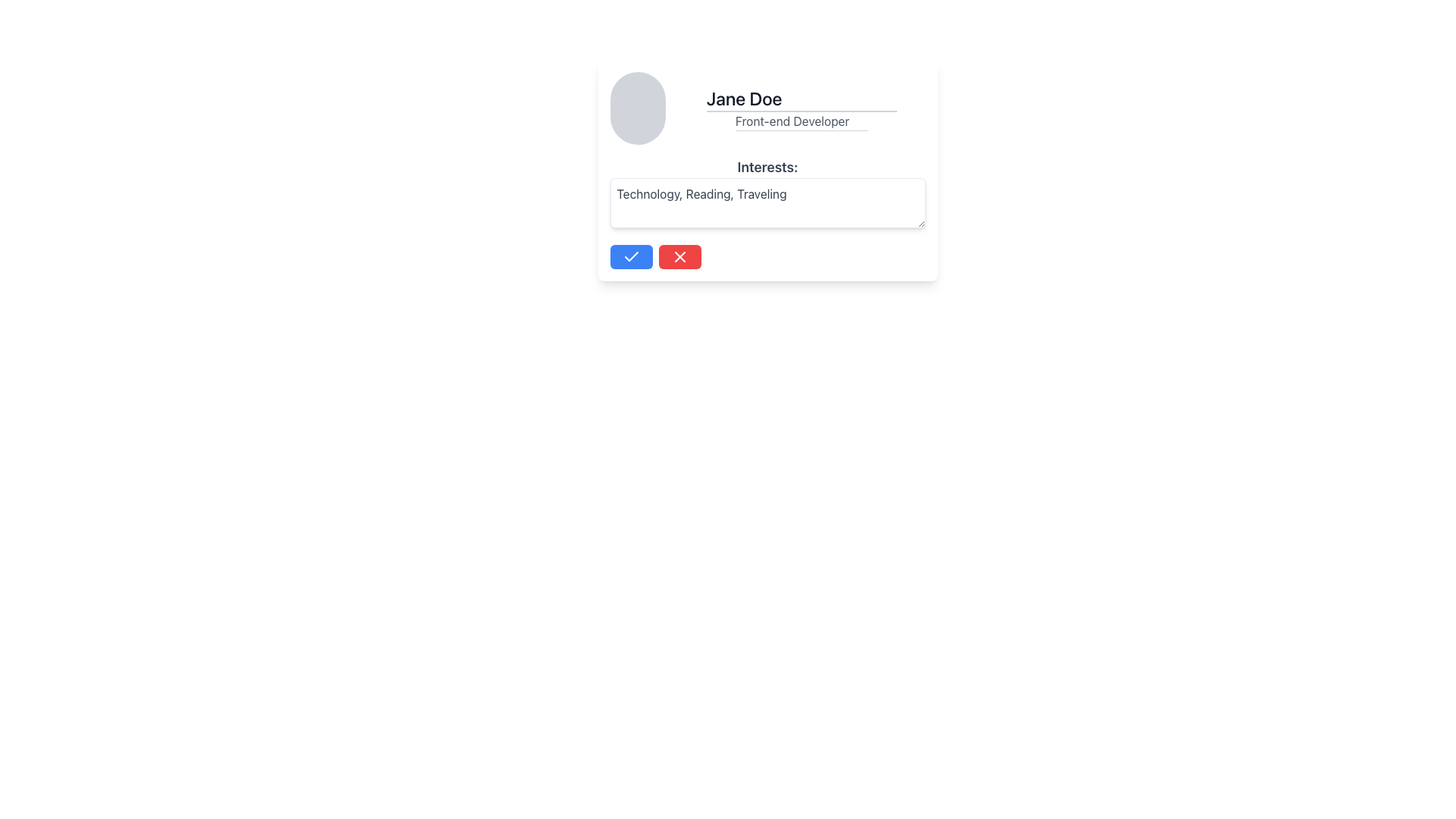 The height and width of the screenshot is (819, 1456). Describe the element at coordinates (767, 167) in the screenshot. I see `the text label displaying 'Interests:' in bold, gray font, which is positioned above the user's interests text area within the content card interface` at that location.